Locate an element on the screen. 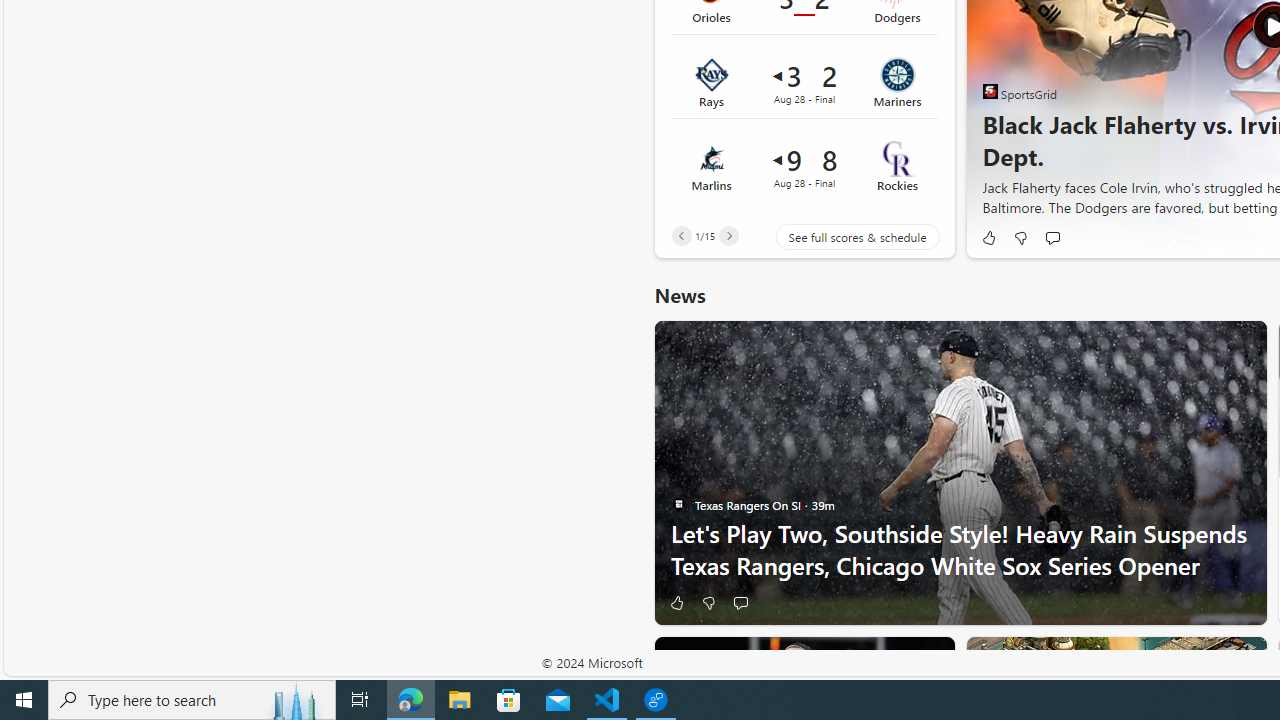  'Like' is located at coordinates (676, 601).